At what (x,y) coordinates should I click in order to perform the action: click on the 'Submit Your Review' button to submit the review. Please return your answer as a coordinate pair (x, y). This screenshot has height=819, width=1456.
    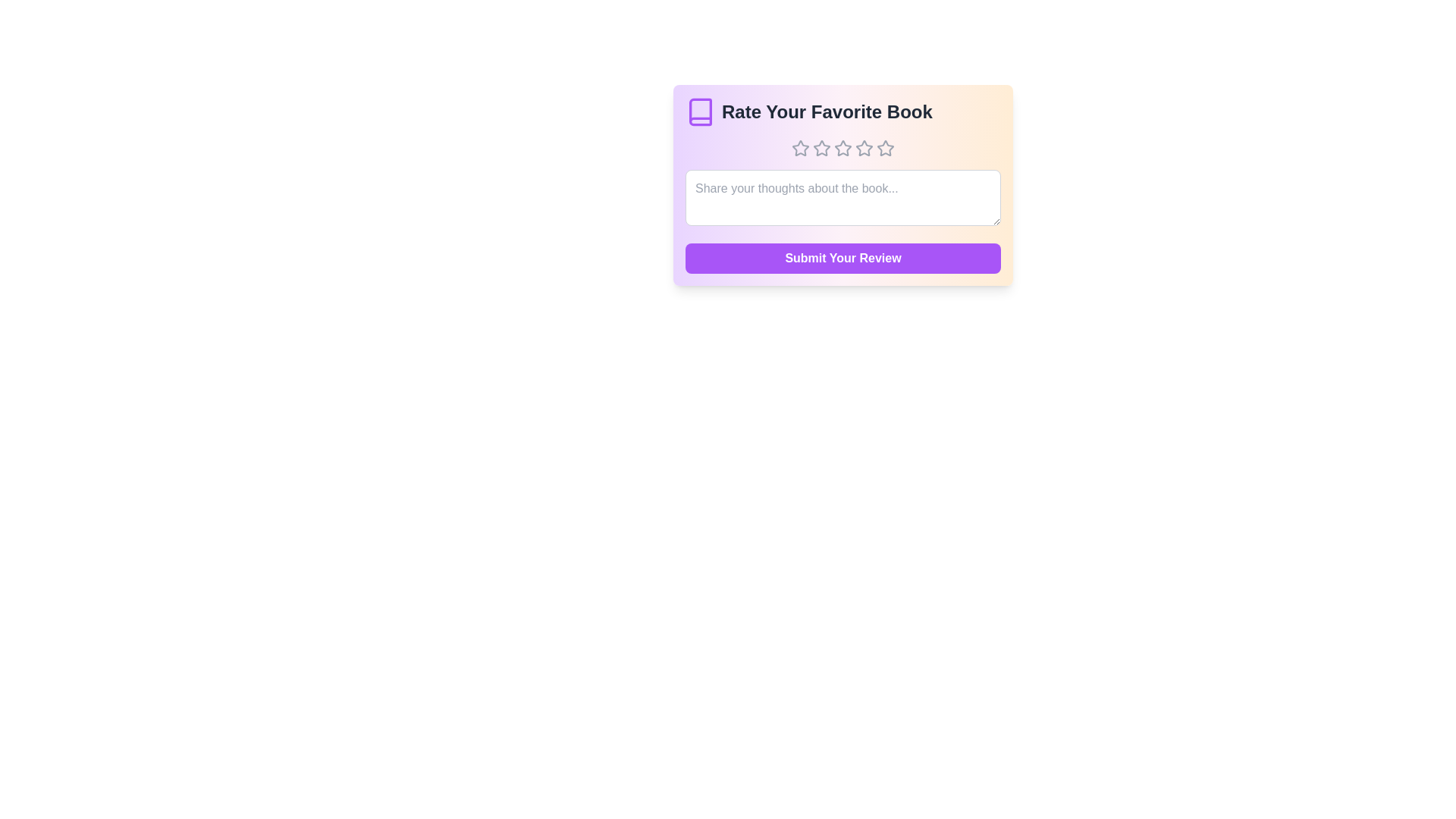
    Looking at the image, I should click on (843, 257).